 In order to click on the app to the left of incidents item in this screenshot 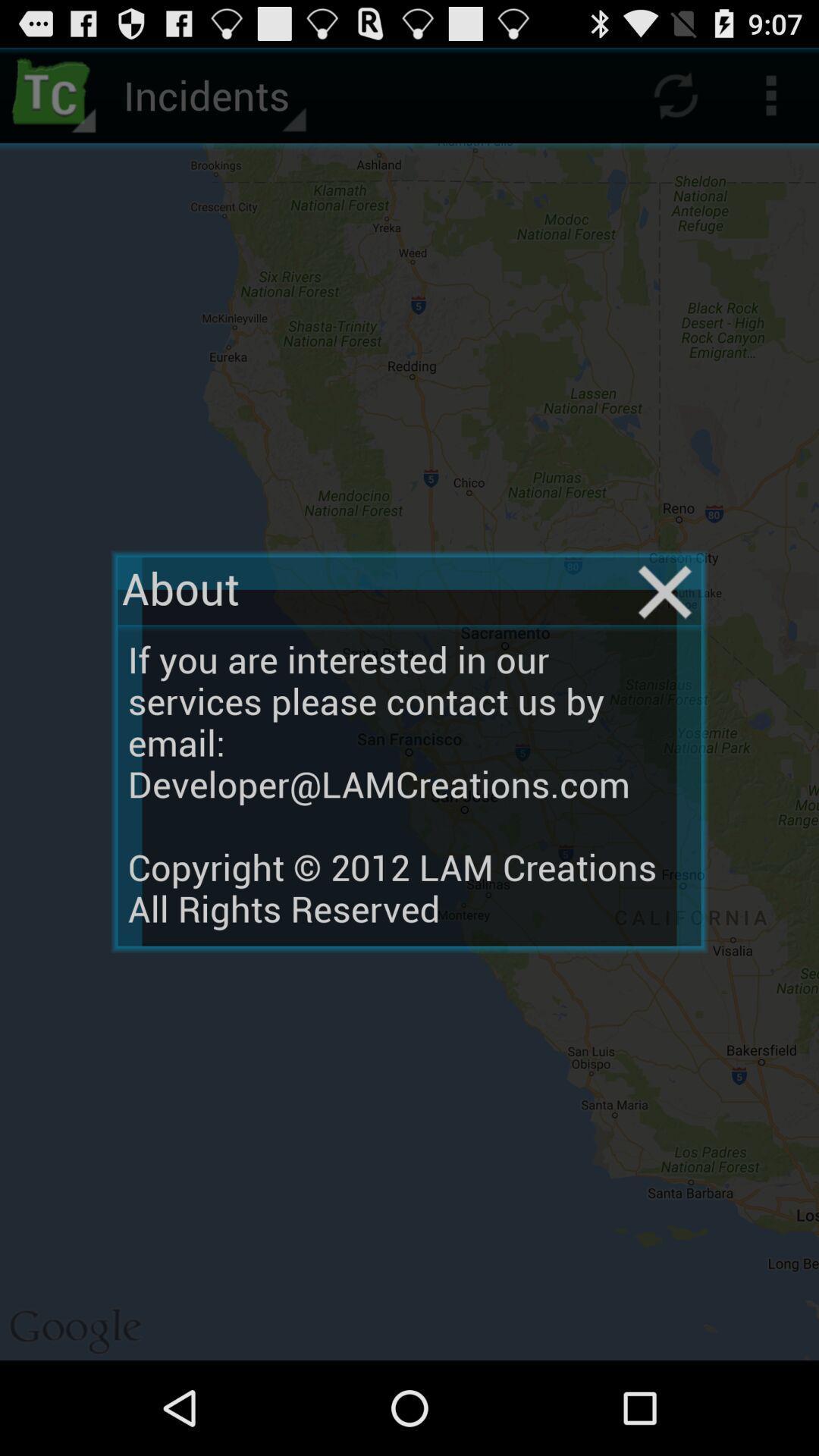, I will do `click(55, 94)`.